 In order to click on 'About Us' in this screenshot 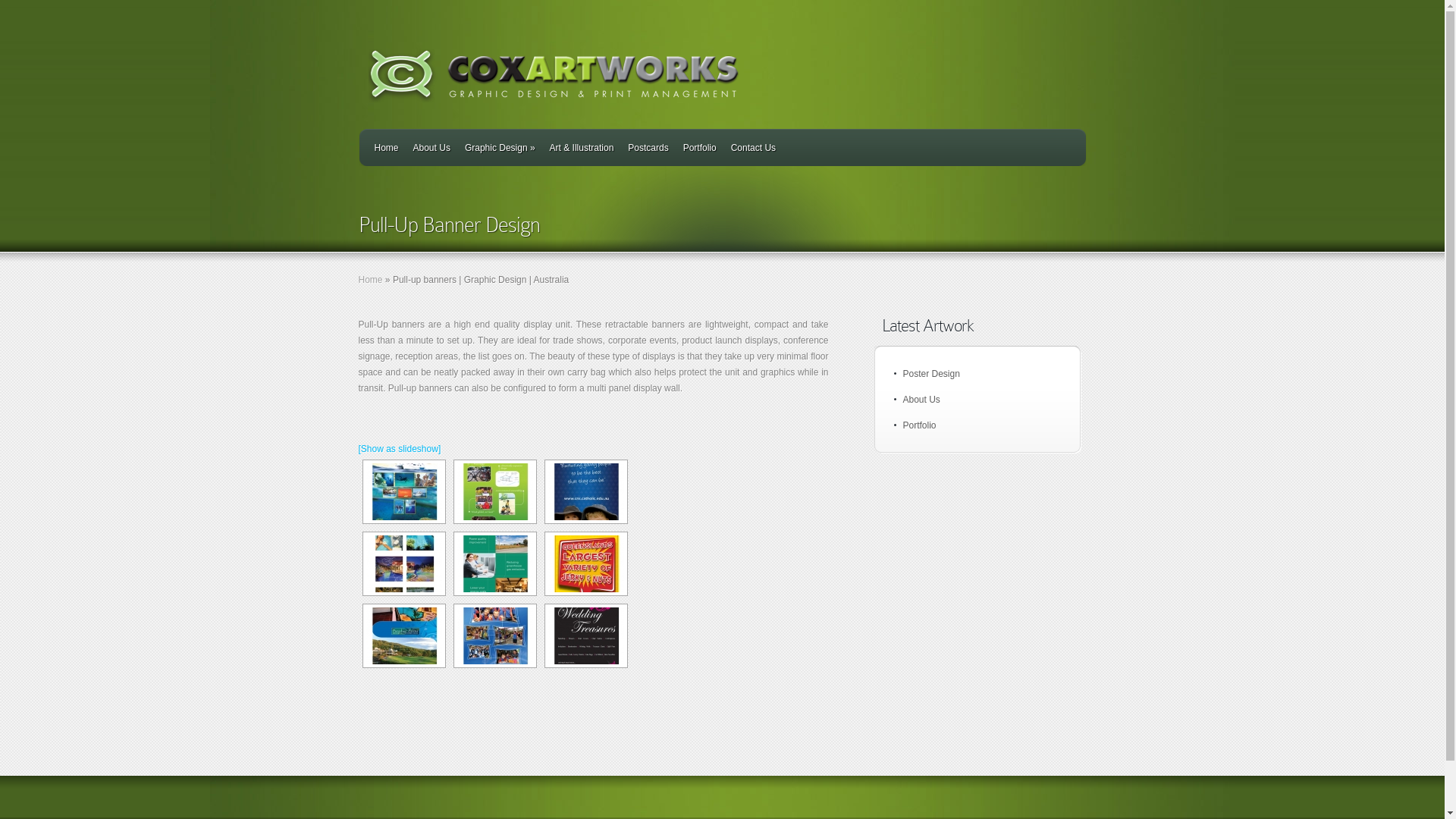, I will do `click(902, 399)`.